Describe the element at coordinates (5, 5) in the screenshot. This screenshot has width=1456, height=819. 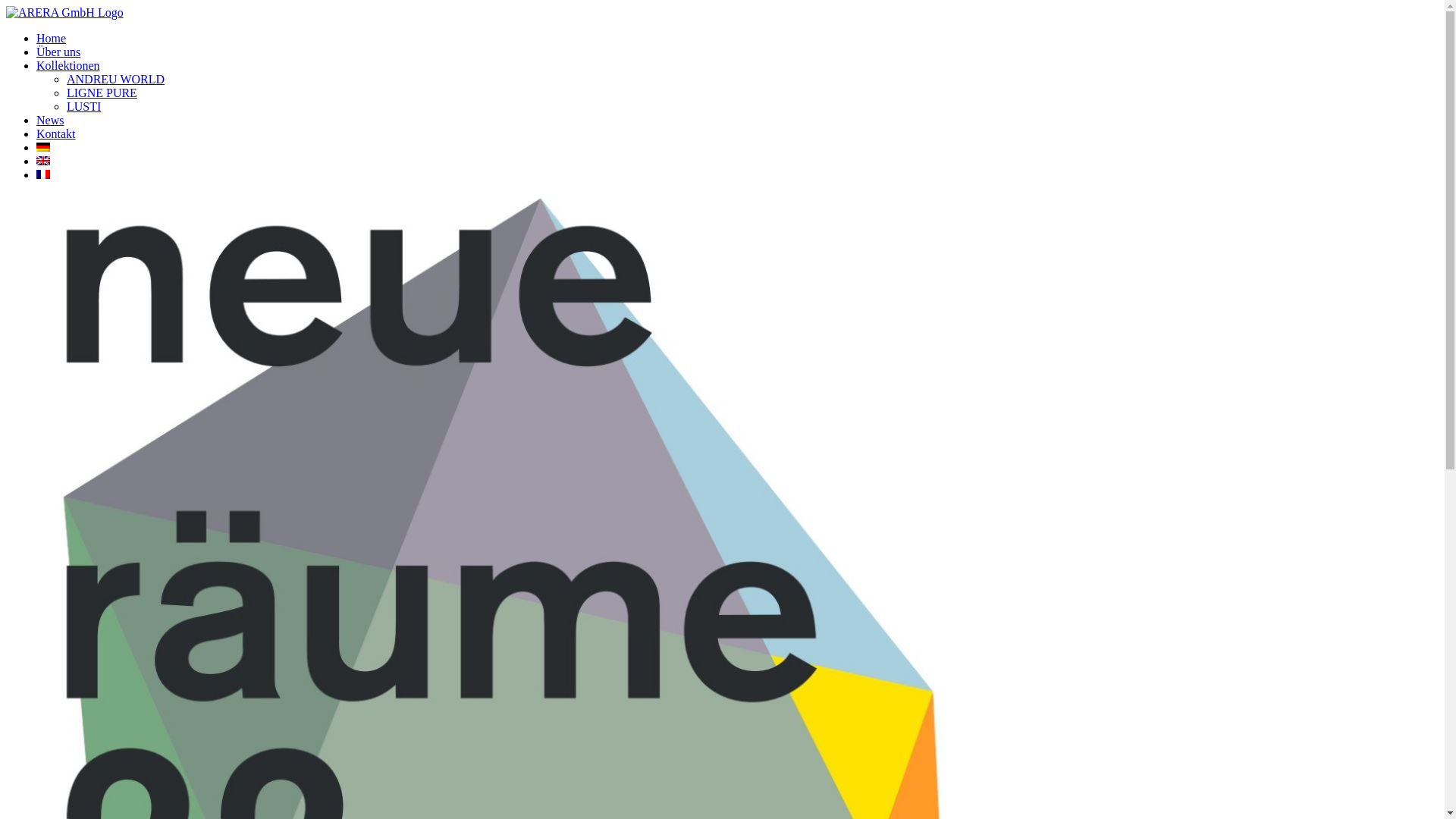
I see `'Zum Inhalt springen'` at that location.